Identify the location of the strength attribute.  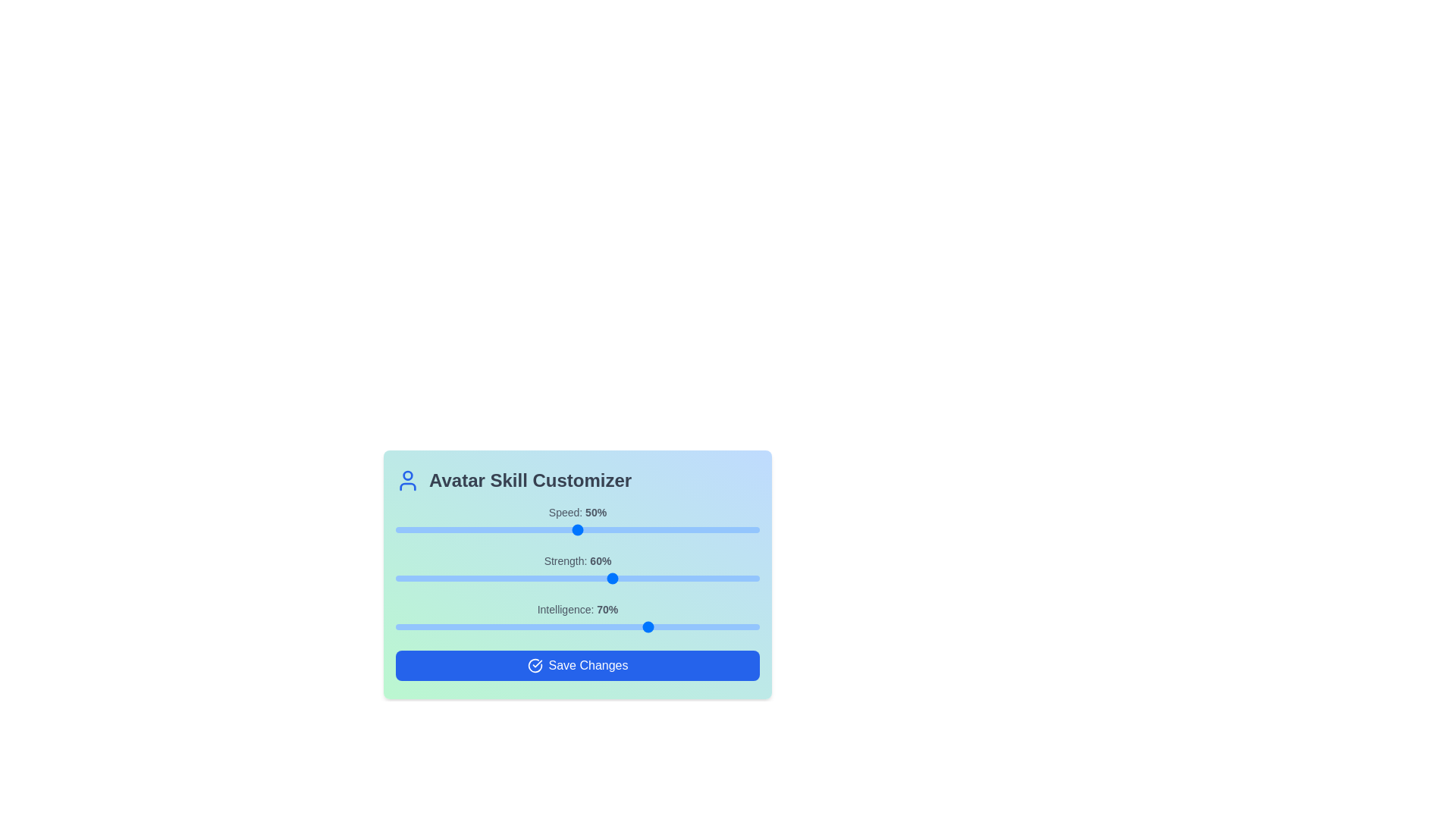
(541, 579).